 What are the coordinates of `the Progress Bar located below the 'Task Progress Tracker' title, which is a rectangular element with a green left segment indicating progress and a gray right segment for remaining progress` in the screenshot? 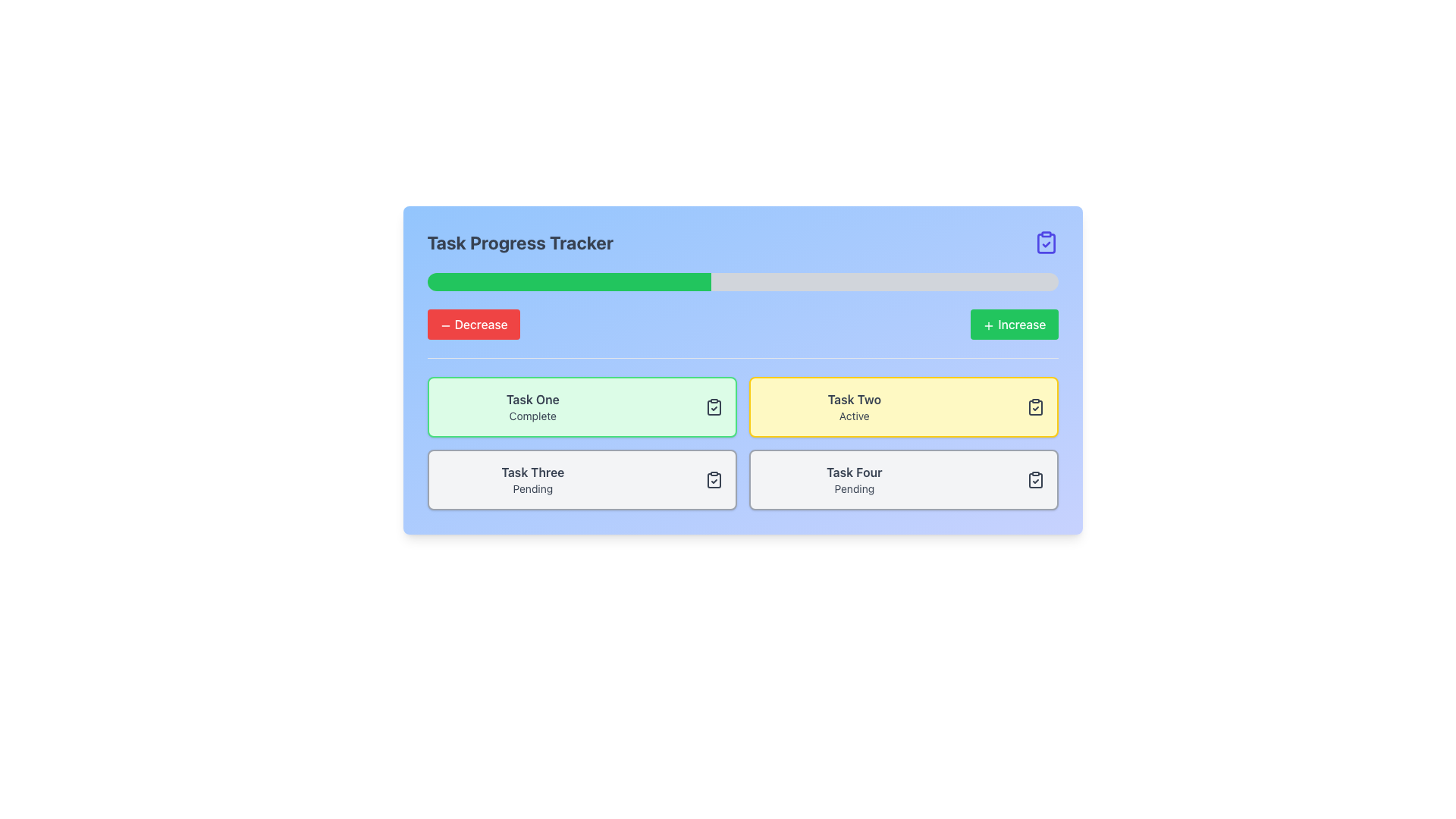 It's located at (742, 281).